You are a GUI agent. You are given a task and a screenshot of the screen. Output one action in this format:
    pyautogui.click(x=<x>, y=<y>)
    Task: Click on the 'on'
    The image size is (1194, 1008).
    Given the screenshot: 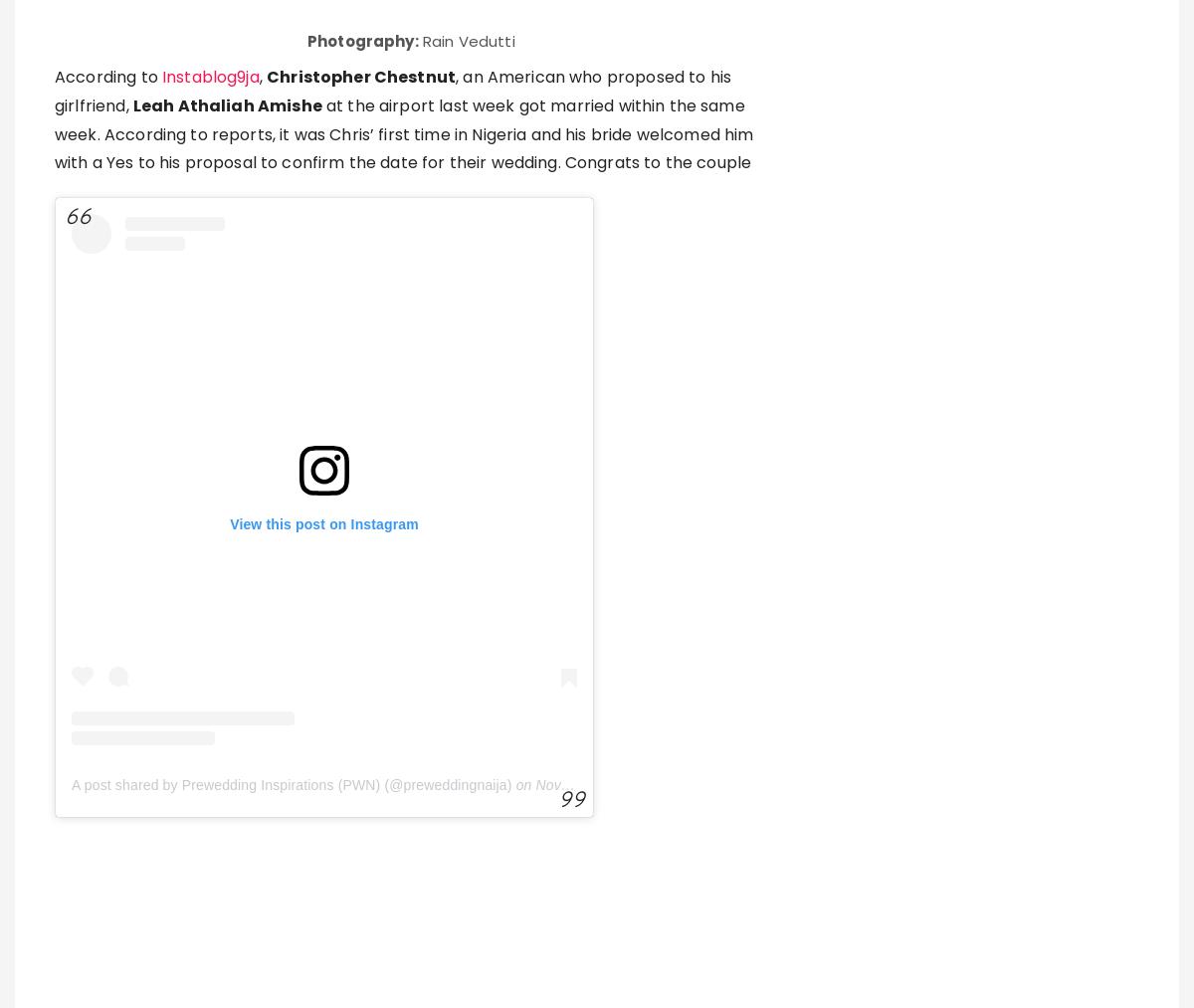 What is the action you would take?
    pyautogui.click(x=521, y=505)
    